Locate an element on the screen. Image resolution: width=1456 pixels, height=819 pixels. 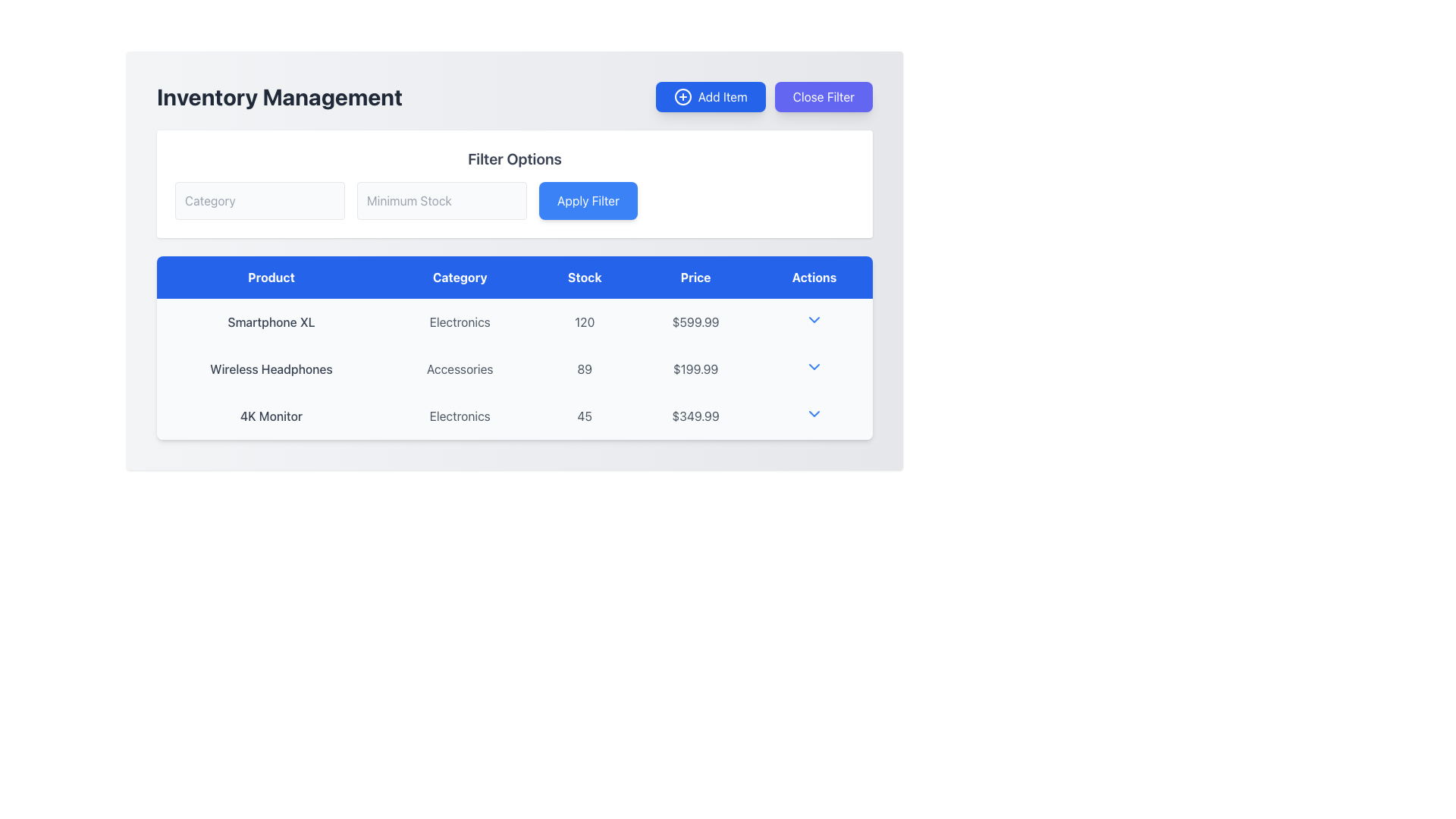
the 'Close Filter' button, which is a purple button with white text and rounded corners, located in the top-right area of the interface, to observe the visual change indicating interactivity is located at coordinates (823, 96).